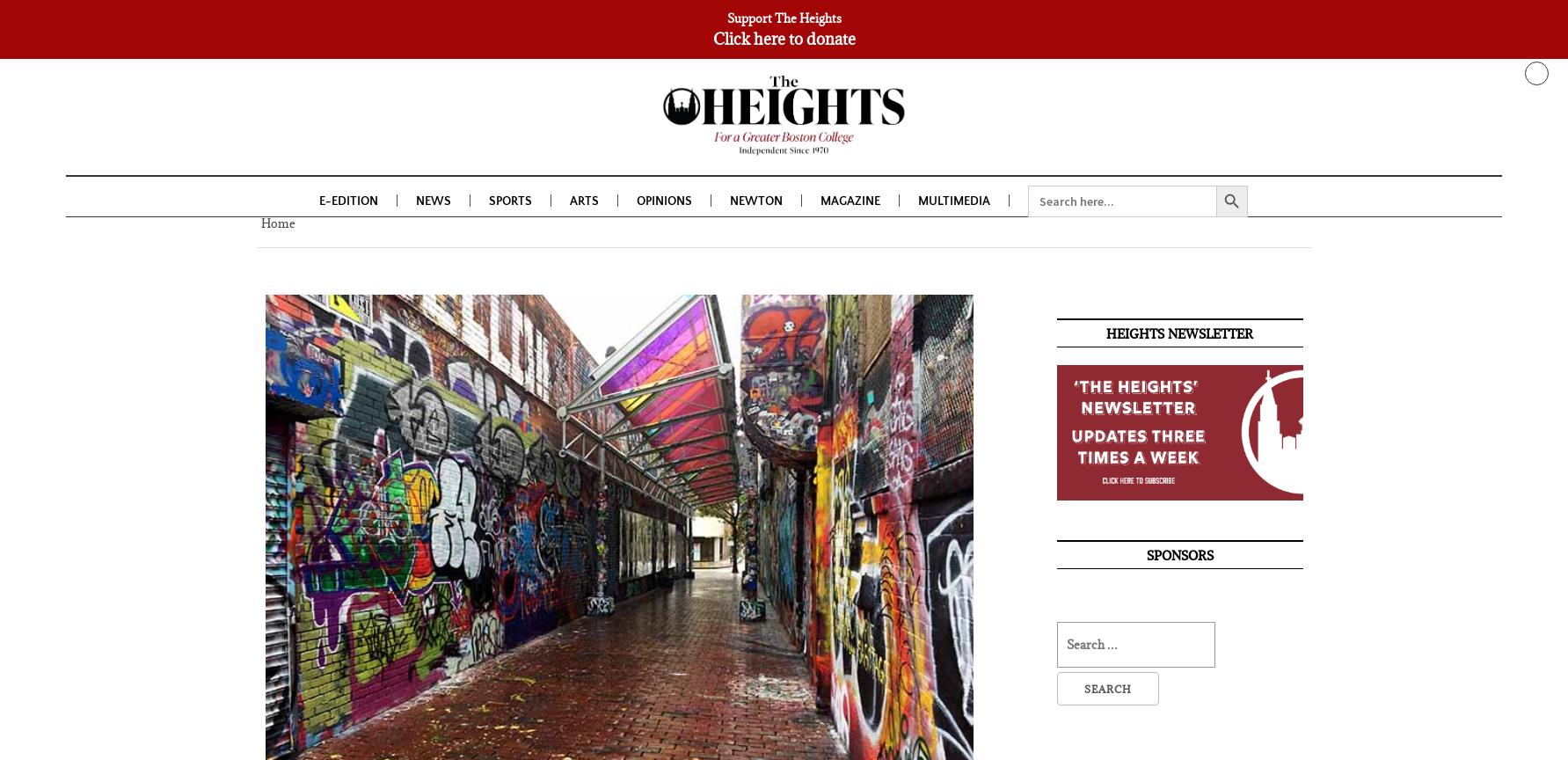 This screenshot has height=760, width=1568. What do you see at coordinates (849, 205) in the screenshot?
I see `'Magazine'` at bounding box center [849, 205].